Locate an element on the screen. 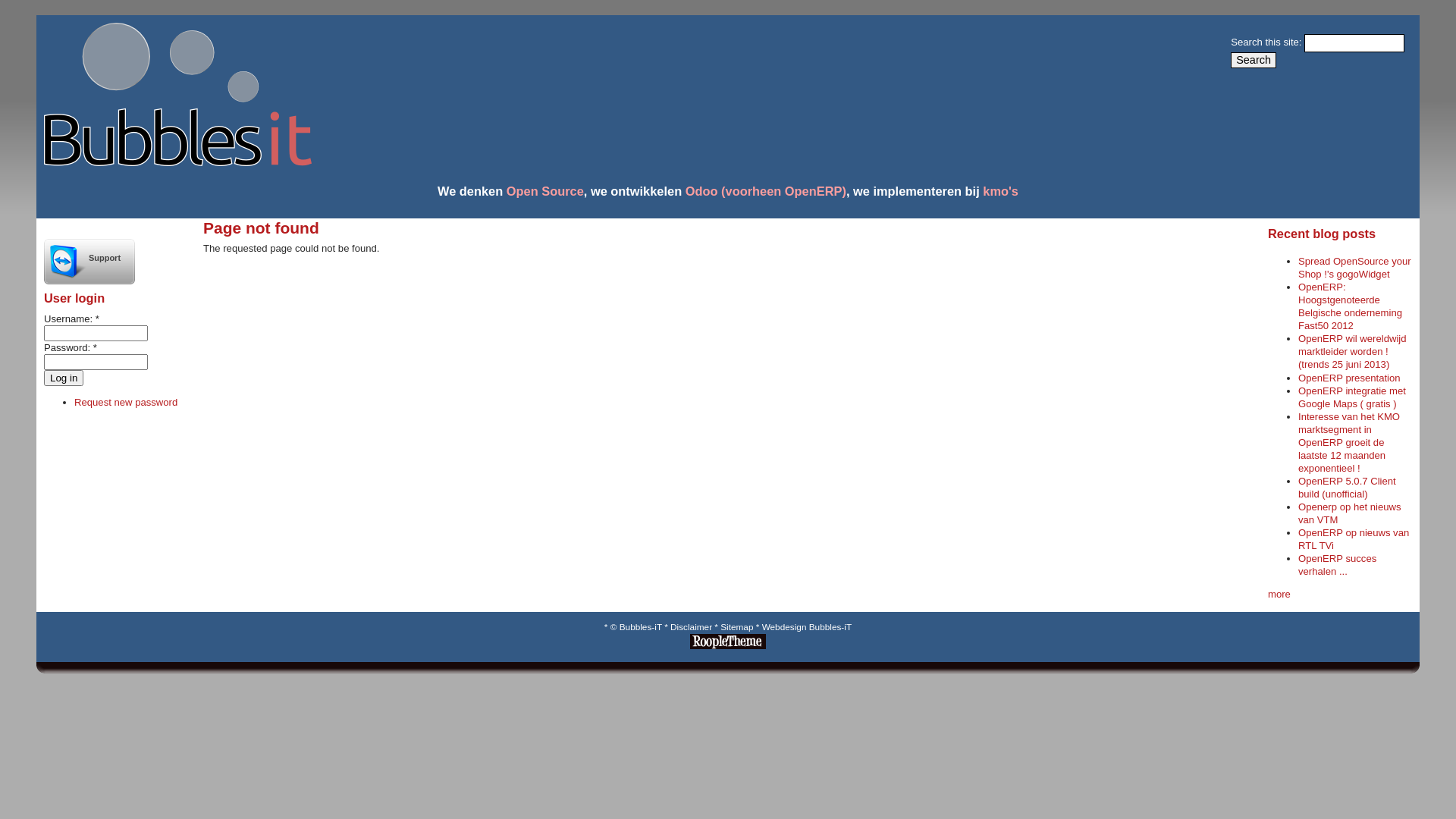 Image resolution: width=1456 pixels, height=819 pixels. 'more' is located at coordinates (1278, 593).